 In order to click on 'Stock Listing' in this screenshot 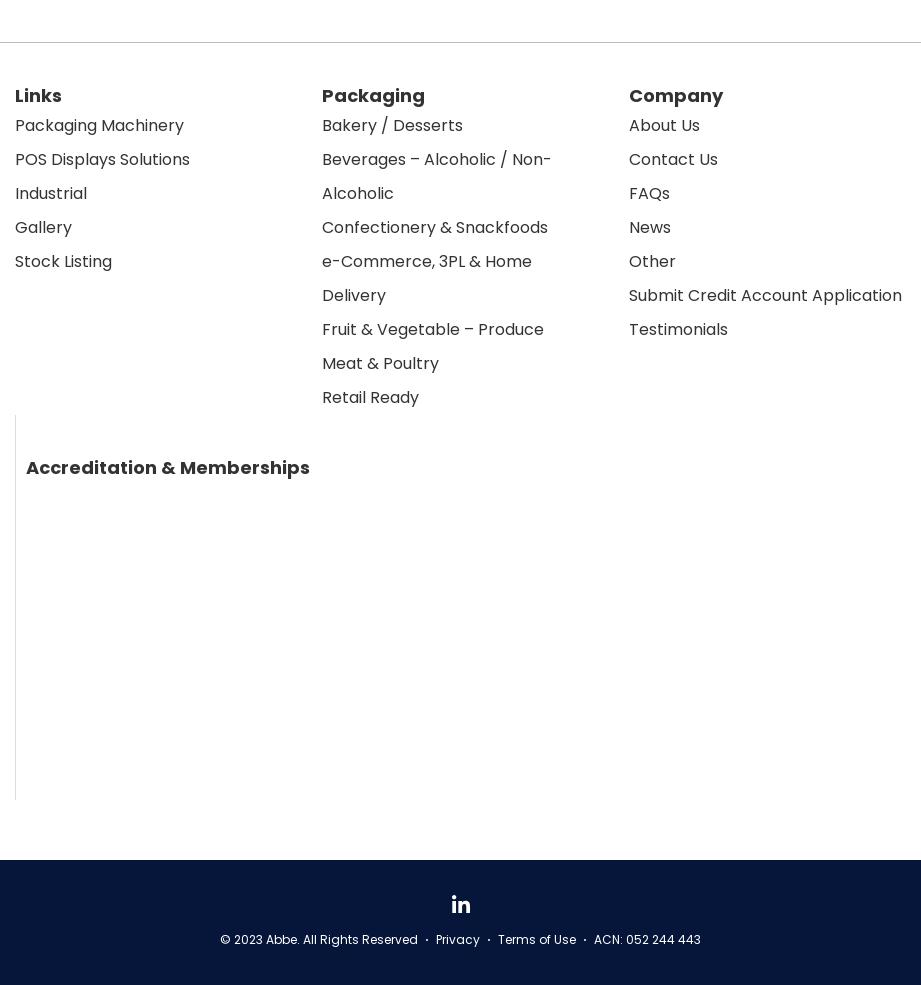, I will do `click(63, 259)`.